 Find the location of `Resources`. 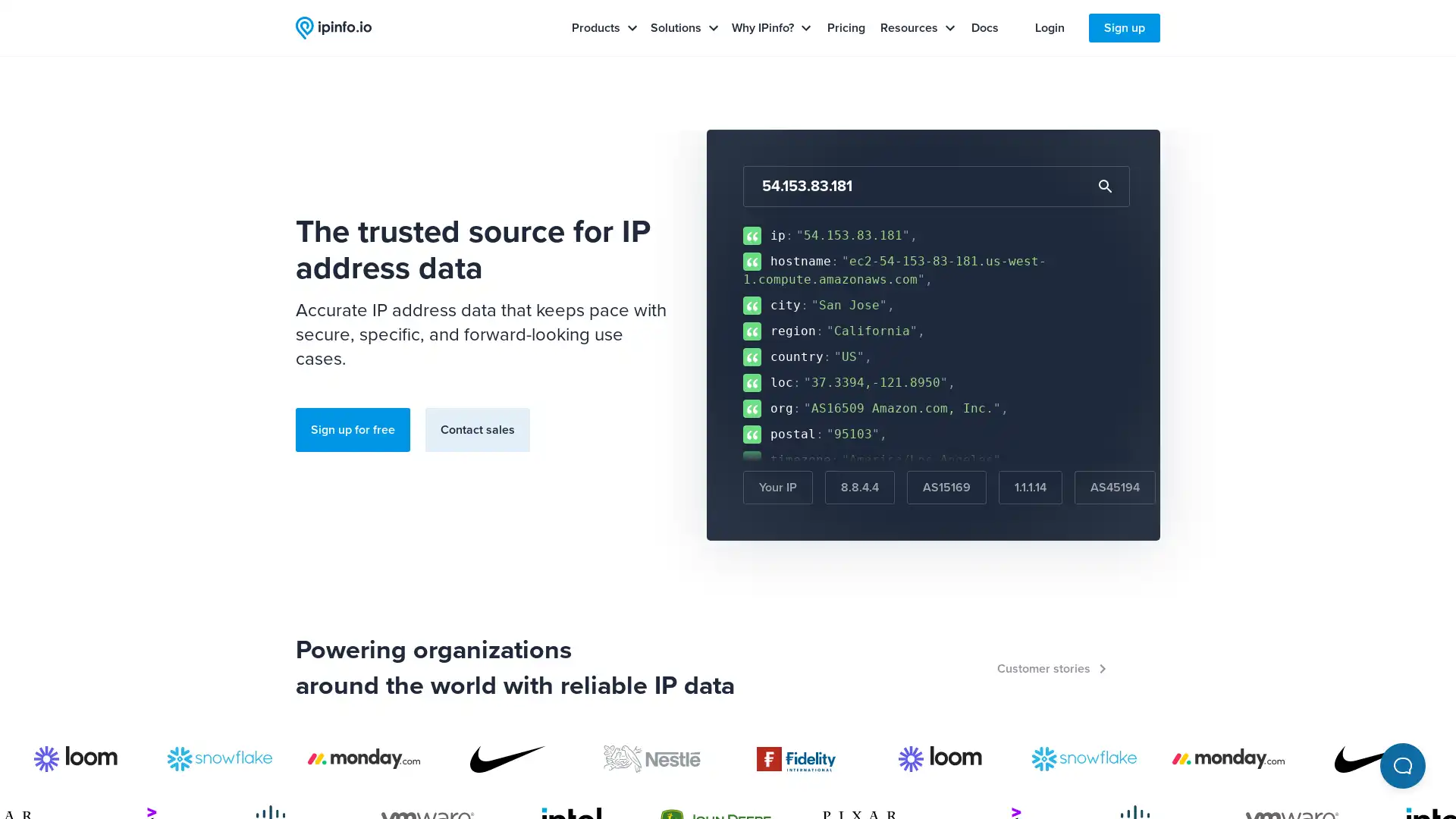

Resources is located at coordinates (917, 28).